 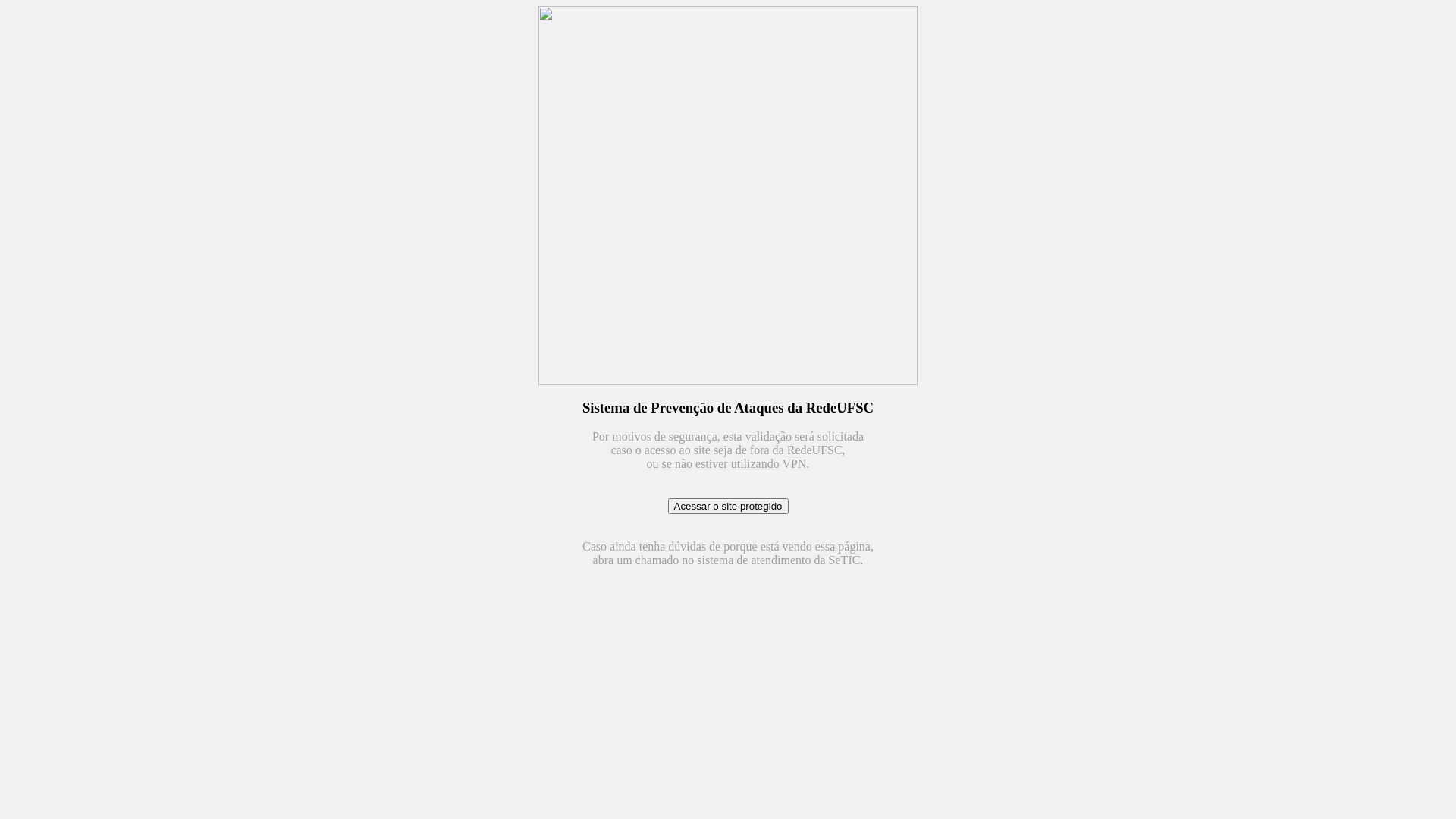 What do you see at coordinates (667, 506) in the screenshot?
I see `'Acessar o site protegido'` at bounding box center [667, 506].